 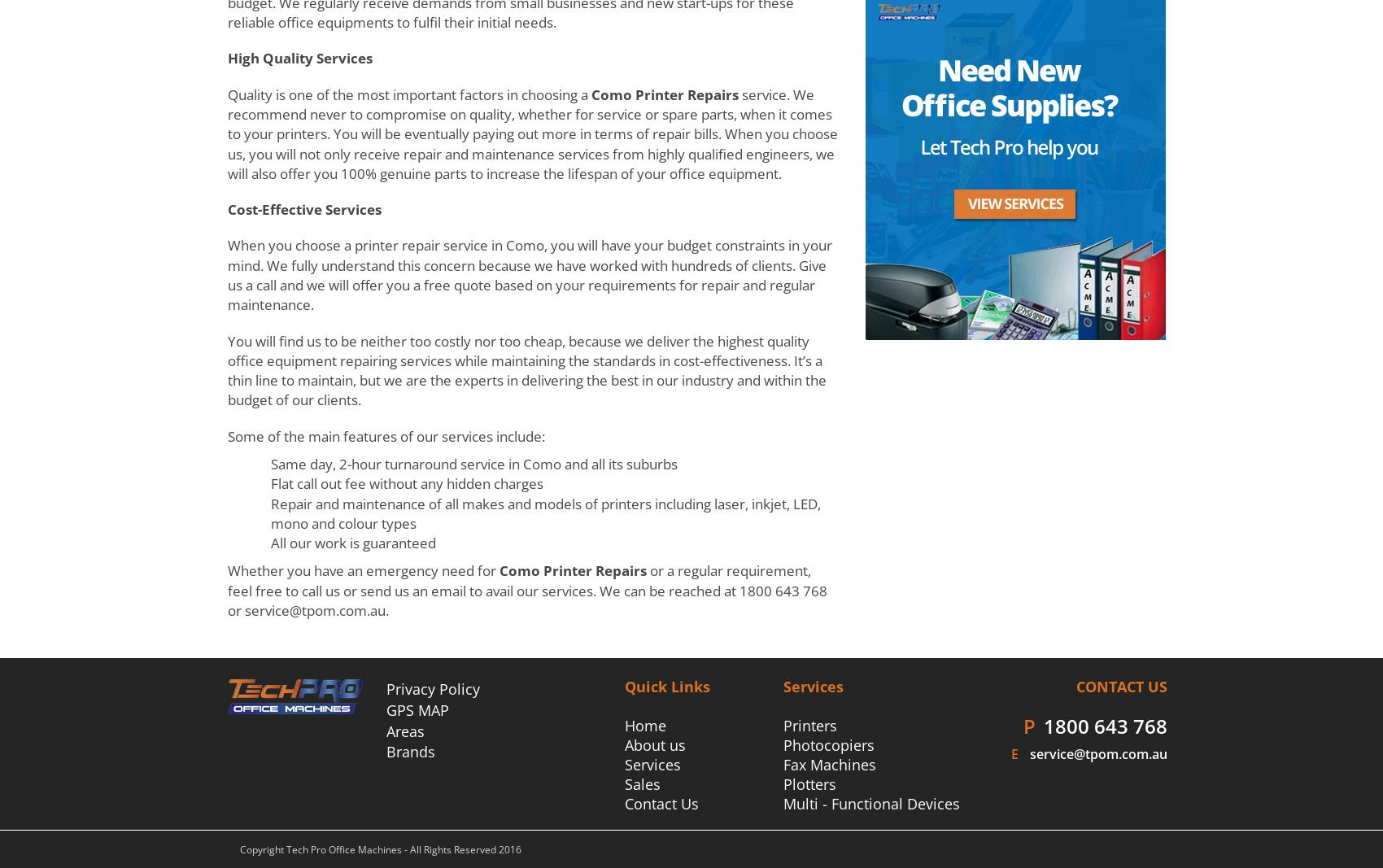 What do you see at coordinates (299, 57) in the screenshot?
I see `'High Quality Services'` at bounding box center [299, 57].